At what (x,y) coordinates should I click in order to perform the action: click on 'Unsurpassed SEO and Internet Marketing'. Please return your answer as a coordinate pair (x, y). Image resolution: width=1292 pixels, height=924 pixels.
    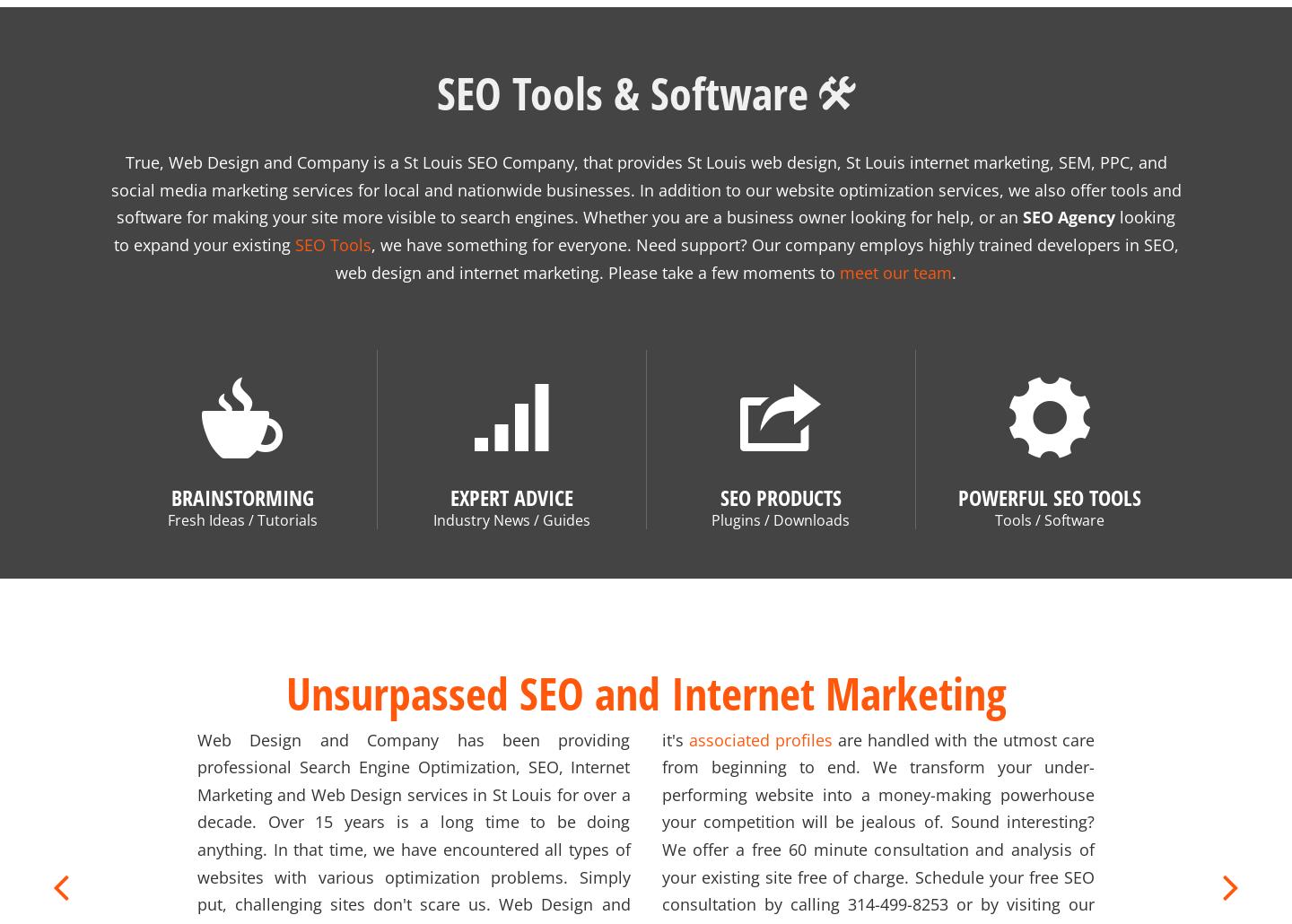
    Looking at the image, I should click on (645, 670).